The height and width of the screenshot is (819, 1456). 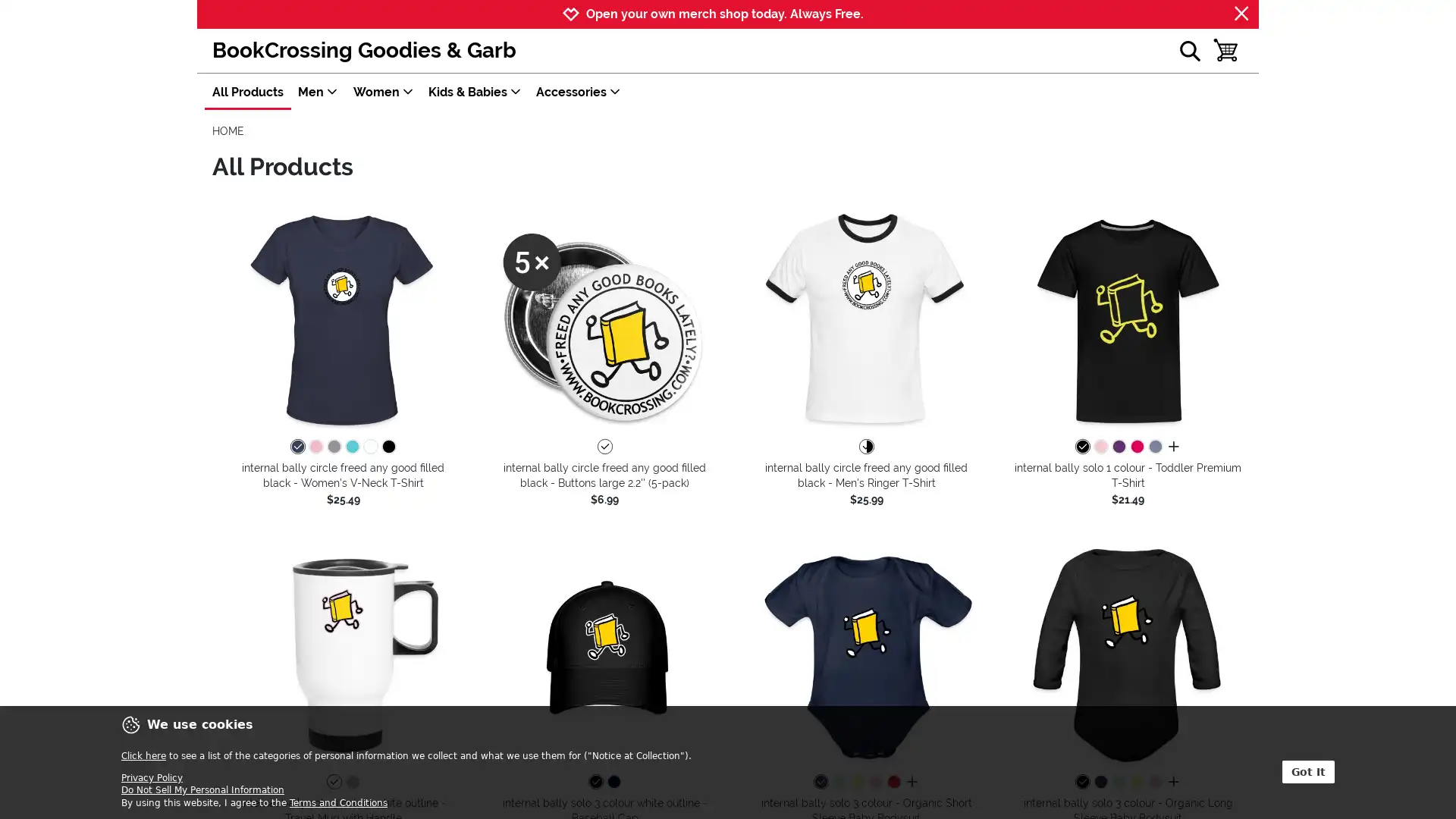 I want to click on light pink, so click(x=1153, y=783).